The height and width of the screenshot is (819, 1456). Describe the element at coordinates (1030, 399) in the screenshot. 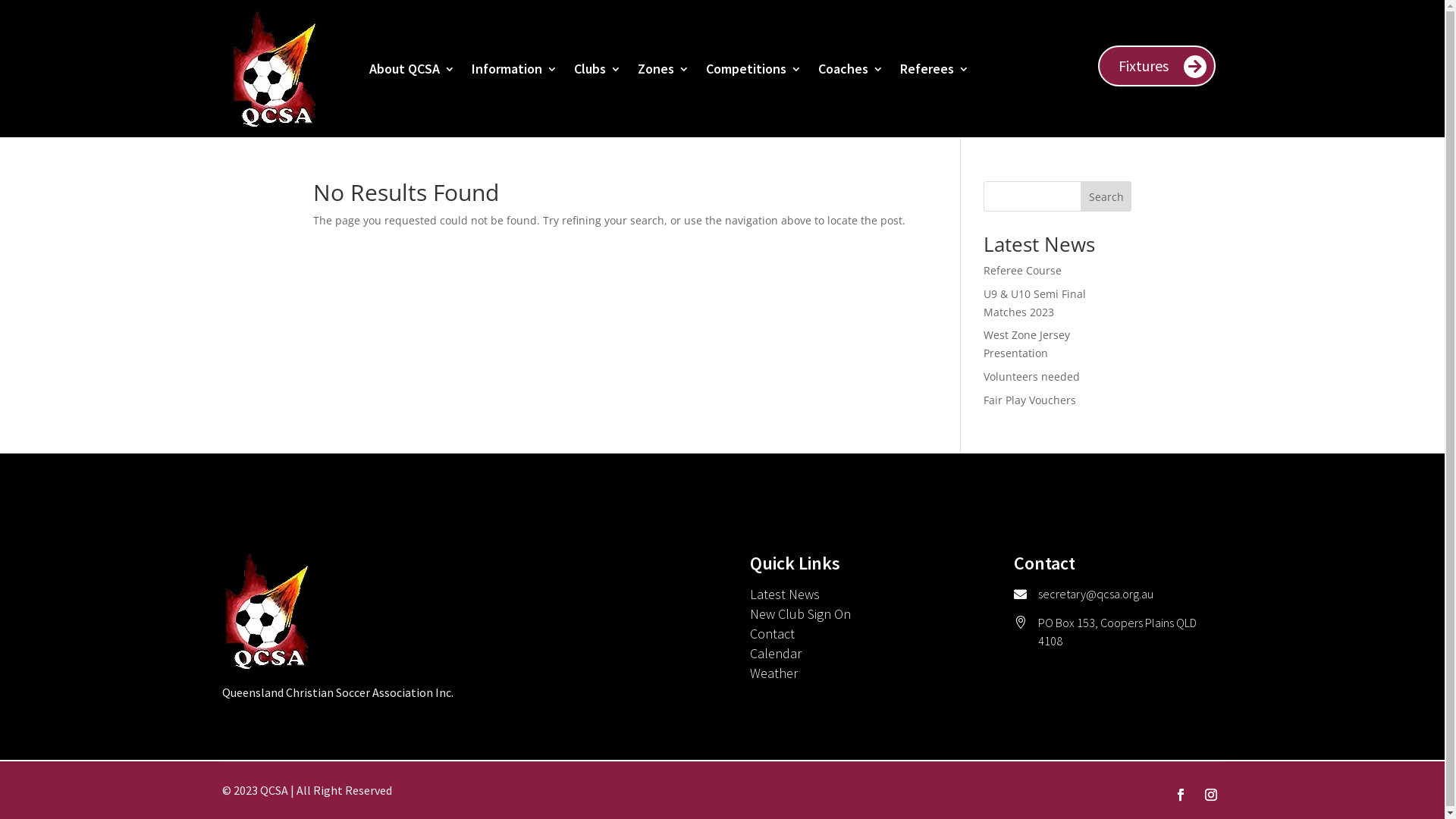

I see `'Fair Play Vouchers'` at that location.